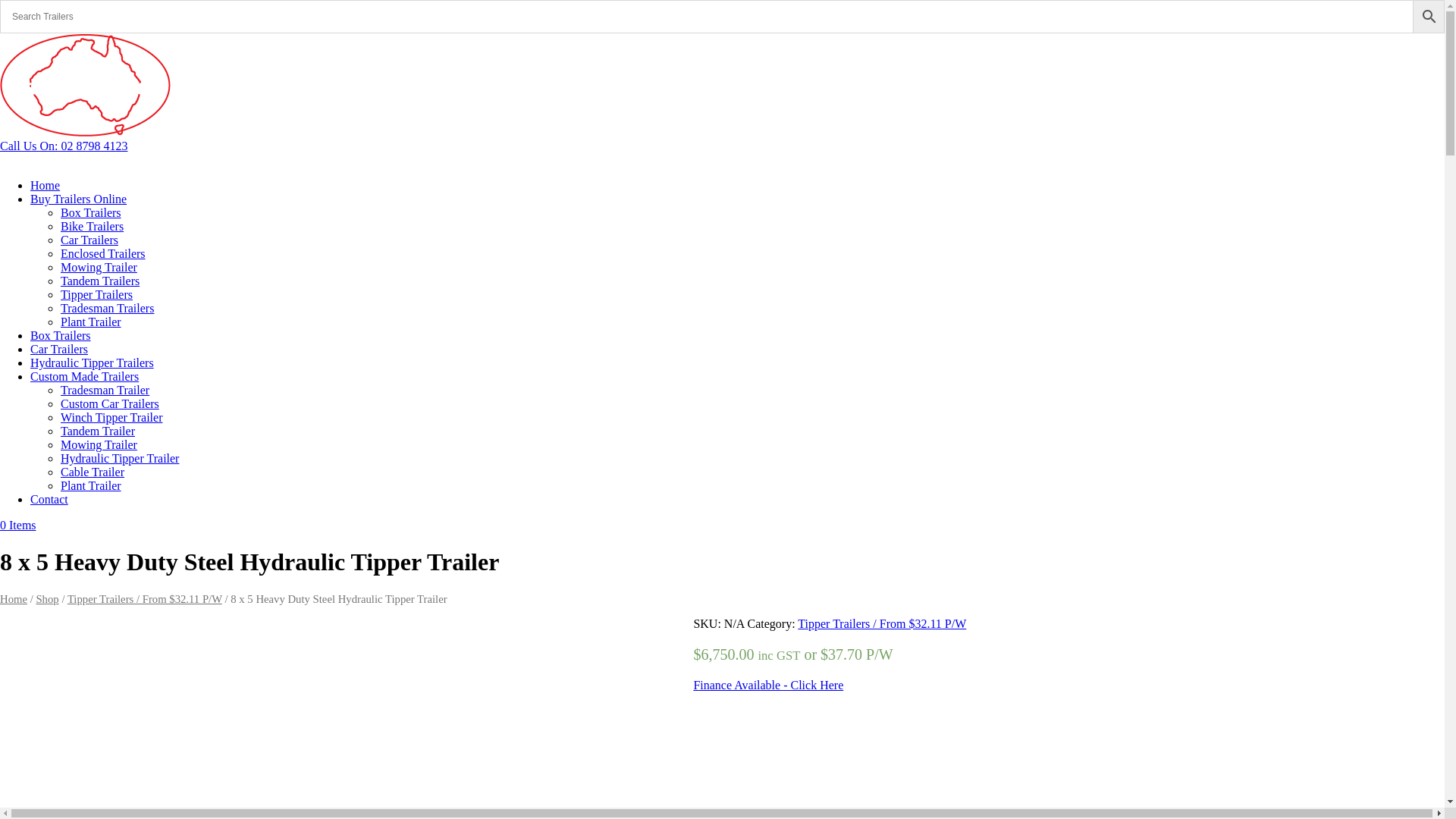  I want to click on 'Winch Tipper Trailer', so click(111, 417).